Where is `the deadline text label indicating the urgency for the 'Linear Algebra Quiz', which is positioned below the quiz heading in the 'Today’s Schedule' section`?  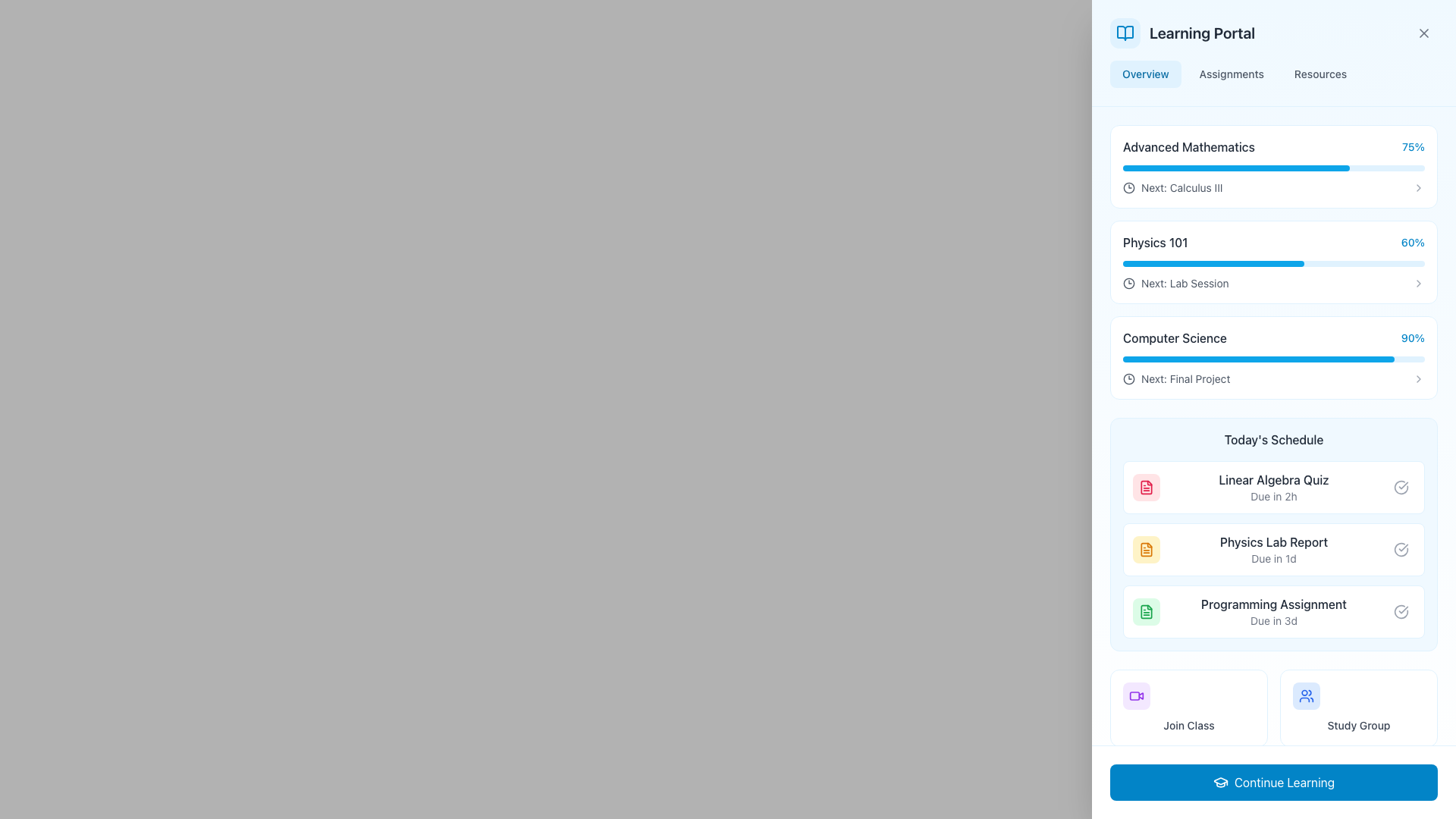 the deadline text label indicating the urgency for the 'Linear Algebra Quiz', which is positioned below the quiz heading in the 'Today’s Schedule' section is located at coordinates (1274, 497).